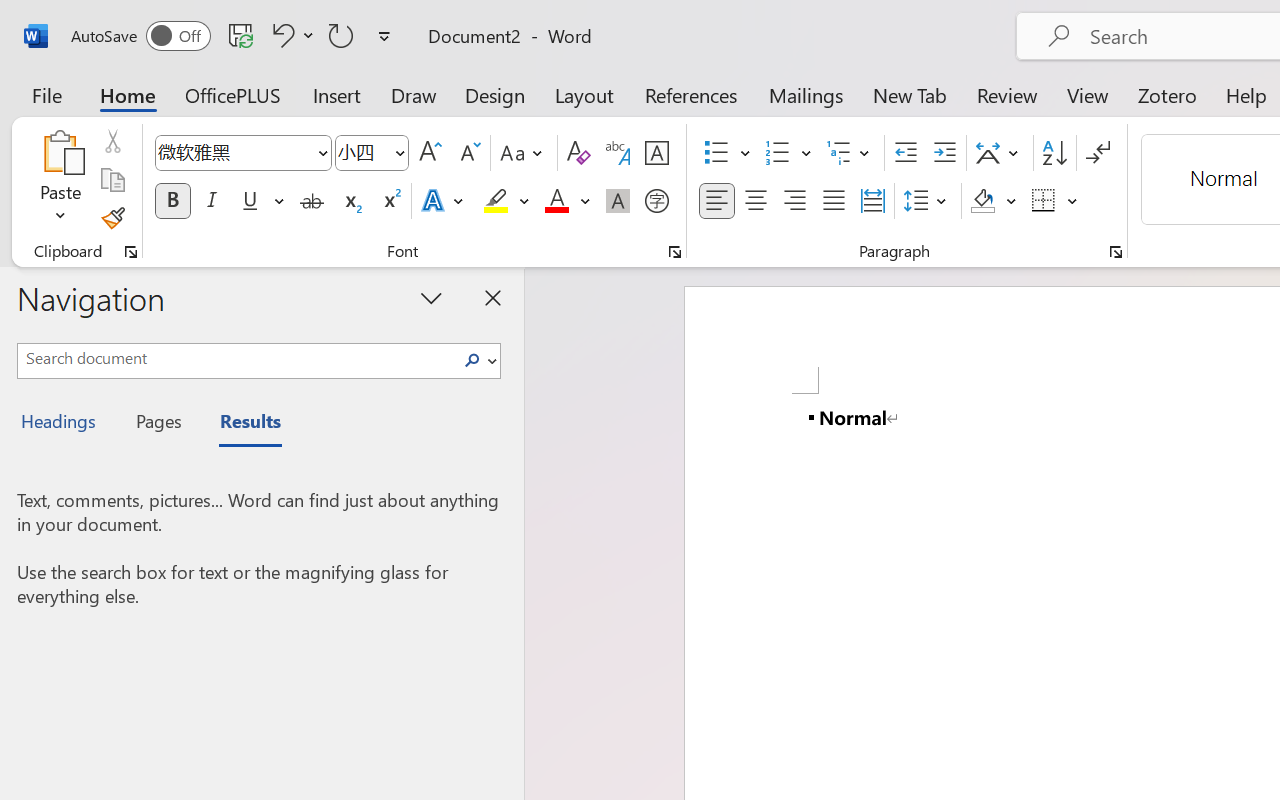 The image size is (1280, 800). Describe the element at coordinates (566, 201) in the screenshot. I see `'Font Color'` at that location.